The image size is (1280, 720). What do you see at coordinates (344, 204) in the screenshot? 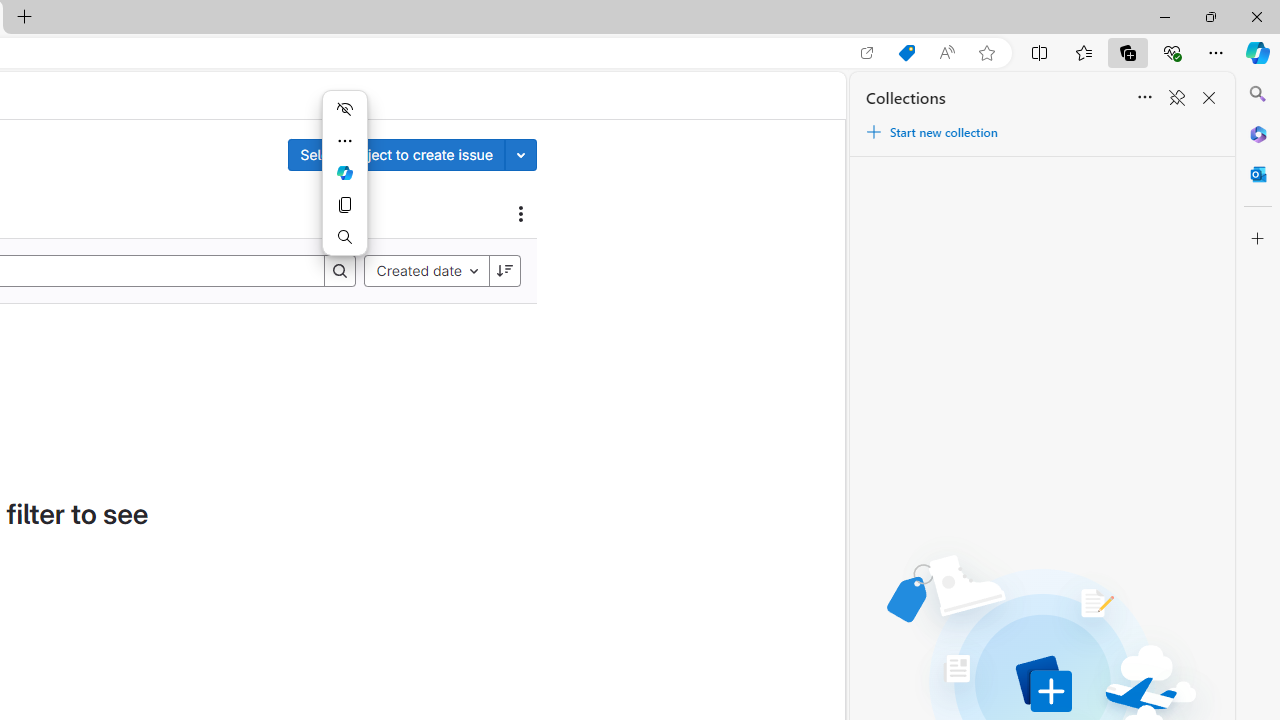
I see `'Copy'` at bounding box center [344, 204].